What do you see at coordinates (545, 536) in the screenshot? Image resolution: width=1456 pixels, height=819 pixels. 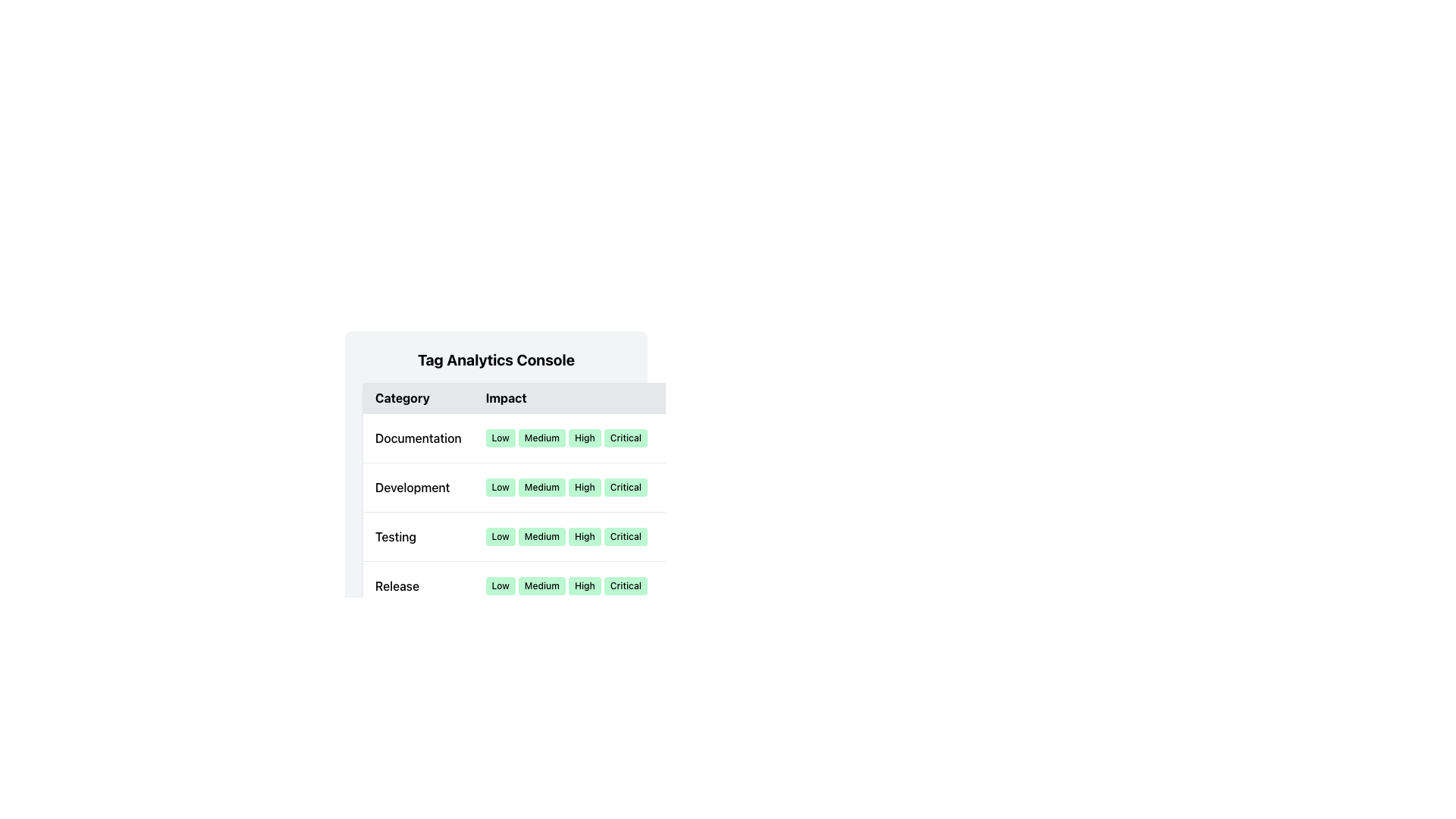 I see `the third row in the table labeled 'Testing', which contains the green rounded boxes for 'Low', 'Medium', 'High', and 'Critical'` at bounding box center [545, 536].